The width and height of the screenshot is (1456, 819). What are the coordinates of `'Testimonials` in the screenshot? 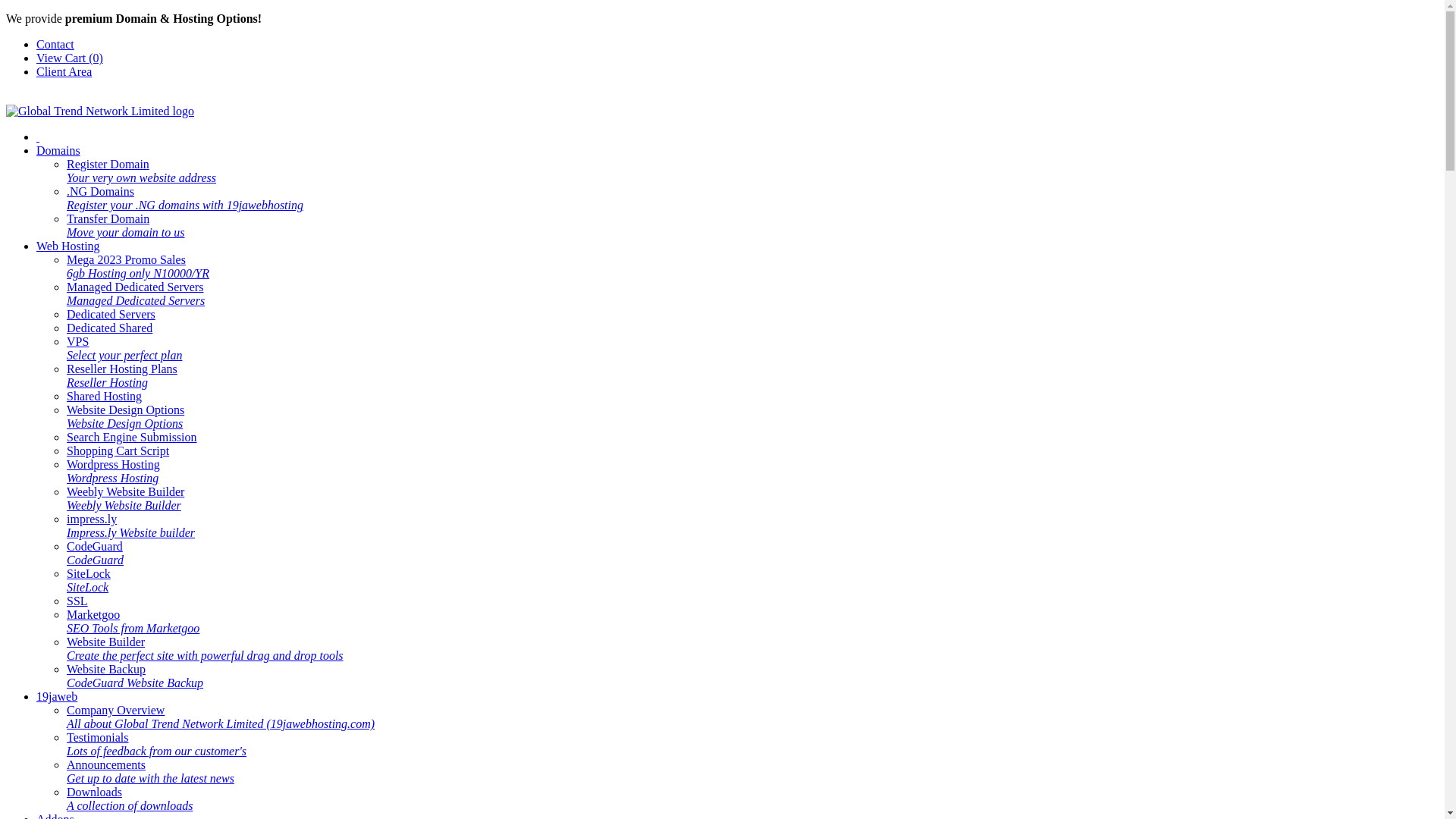 It's located at (156, 743).